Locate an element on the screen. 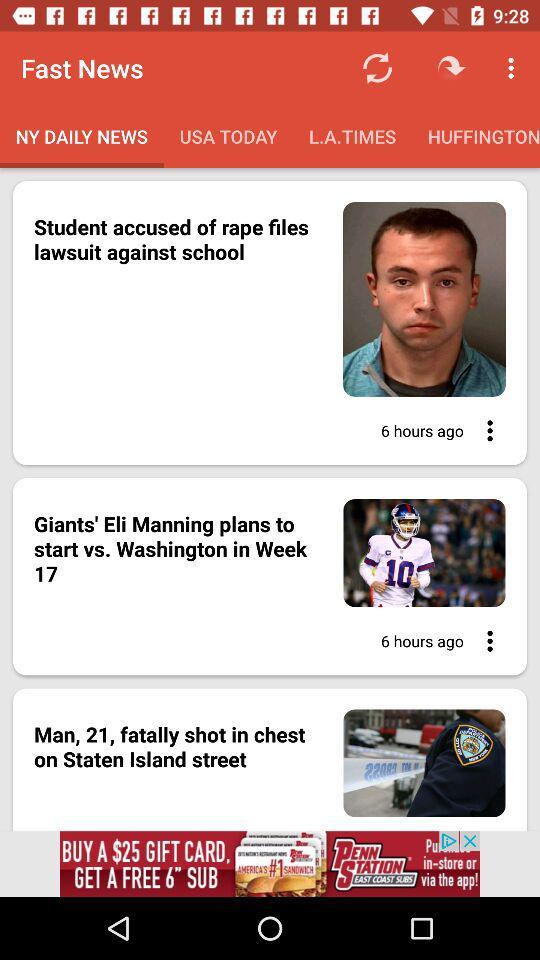 The image size is (540, 960). share this story is located at coordinates (483, 640).